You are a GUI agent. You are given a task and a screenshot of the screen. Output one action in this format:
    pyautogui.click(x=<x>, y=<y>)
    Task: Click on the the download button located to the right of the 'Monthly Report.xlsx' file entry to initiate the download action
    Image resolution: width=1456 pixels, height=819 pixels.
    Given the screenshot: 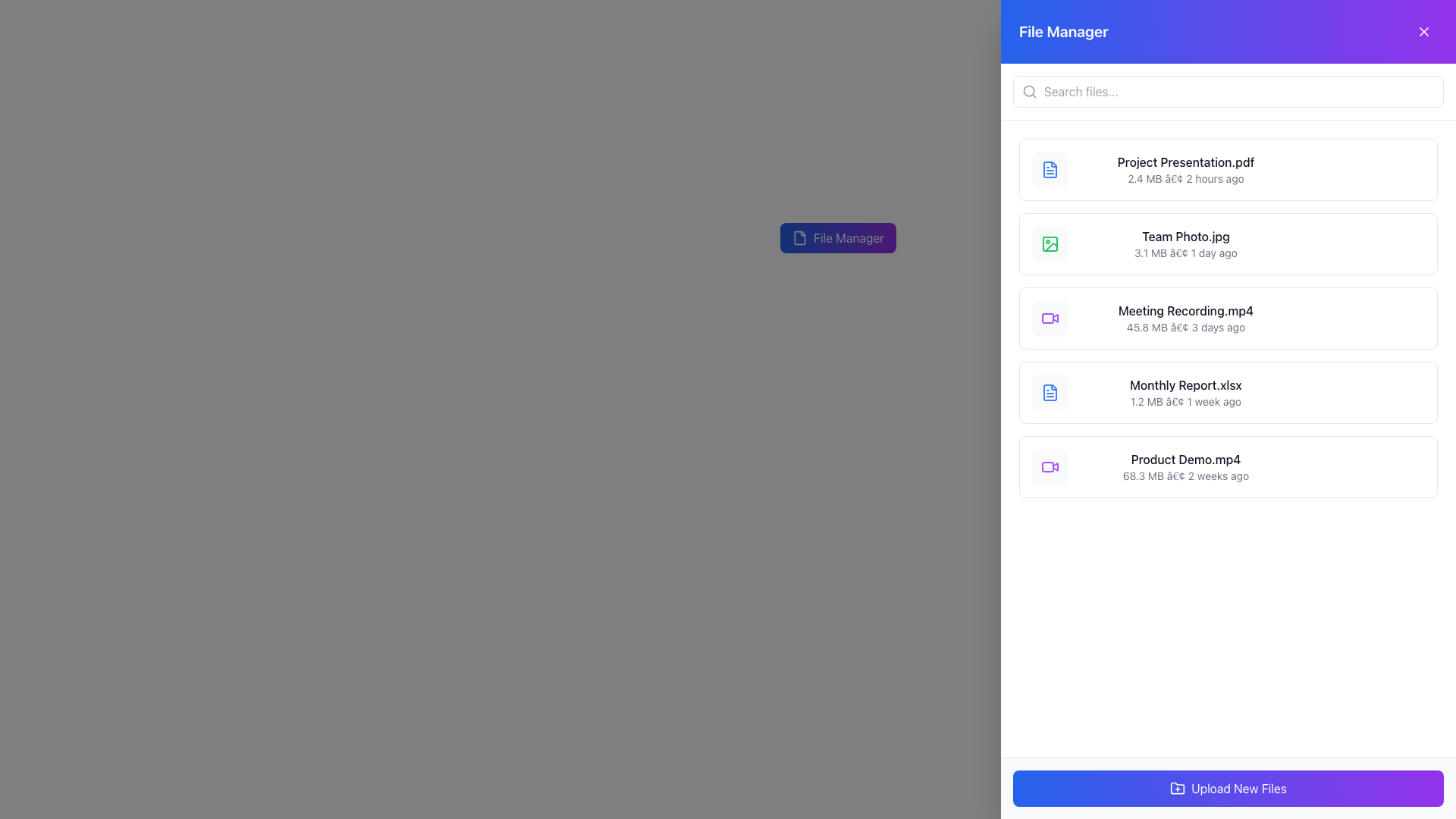 What is the action you would take?
    pyautogui.click(x=1348, y=391)
    